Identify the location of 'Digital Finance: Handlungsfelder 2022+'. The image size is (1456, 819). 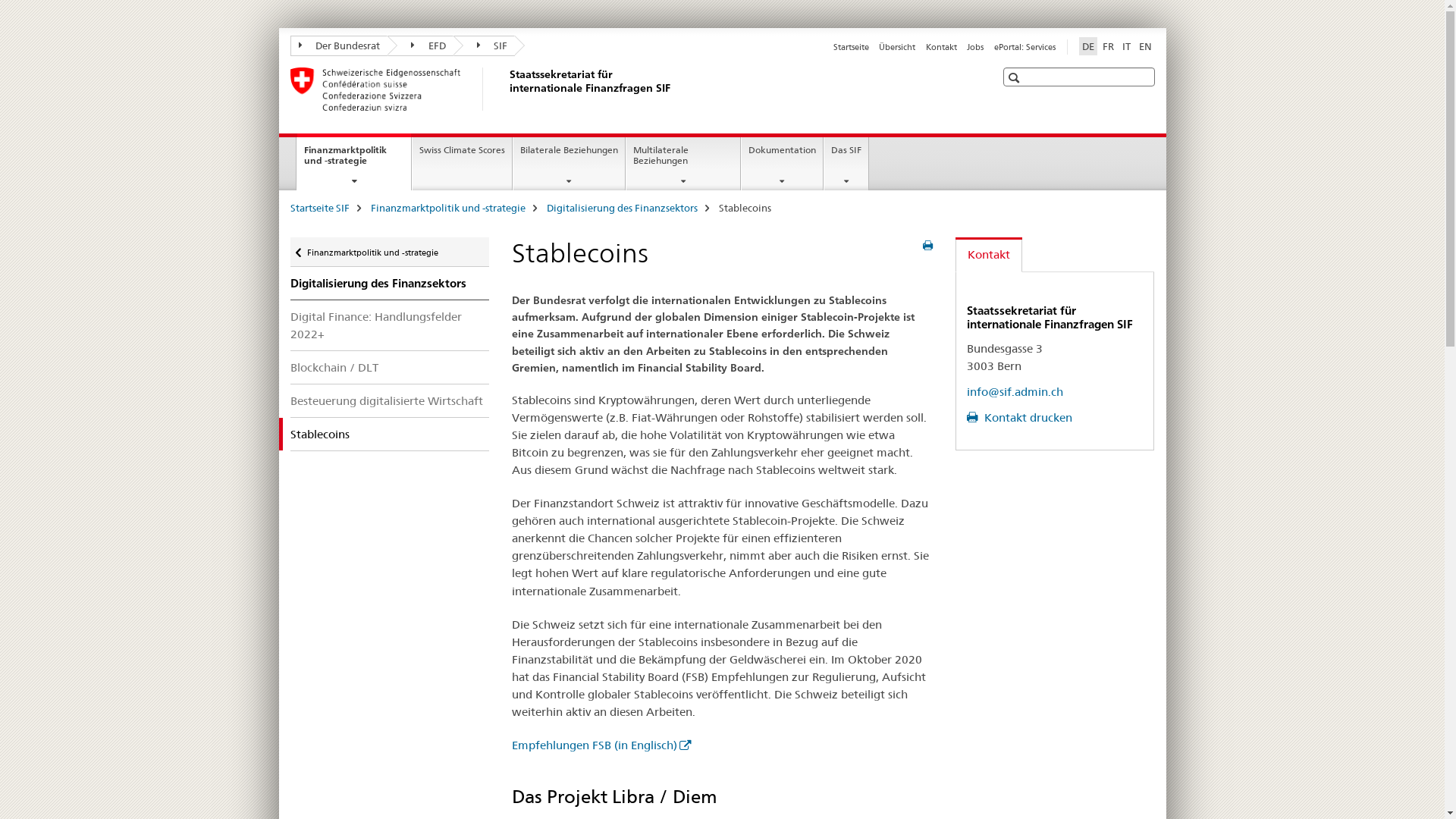
(389, 324).